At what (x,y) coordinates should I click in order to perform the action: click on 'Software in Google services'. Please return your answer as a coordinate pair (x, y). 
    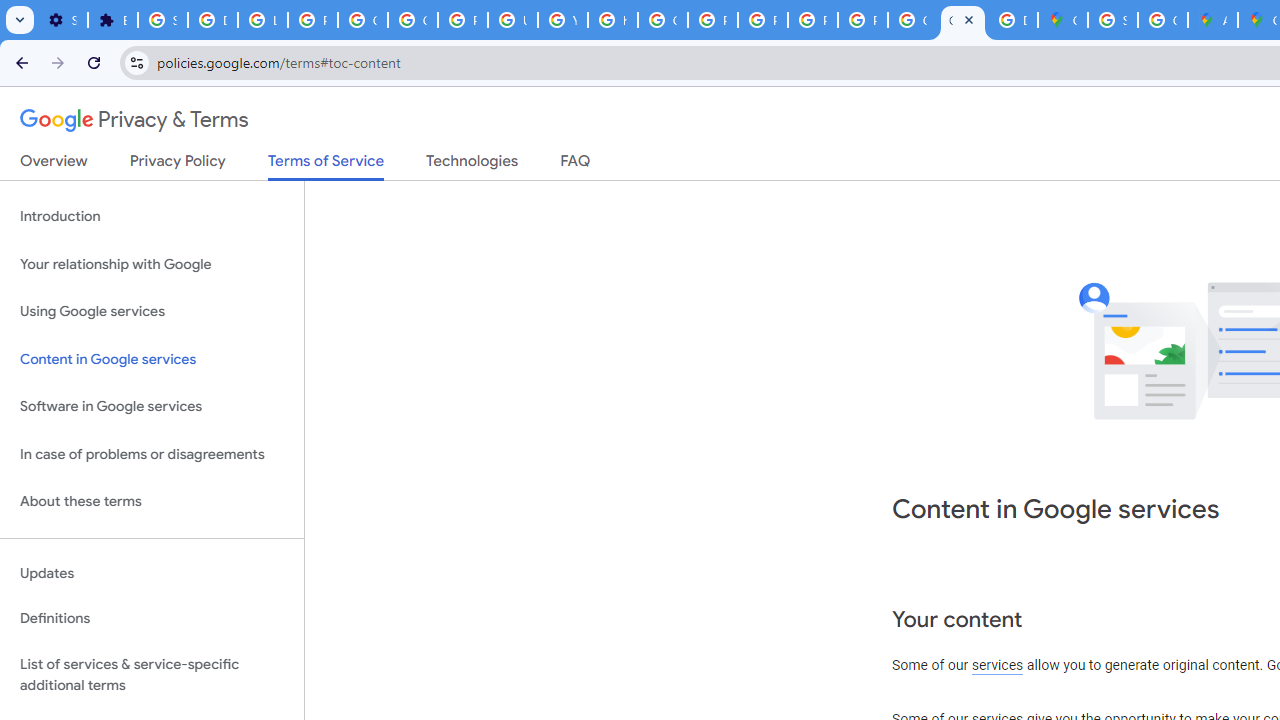
    Looking at the image, I should click on (151, 406).